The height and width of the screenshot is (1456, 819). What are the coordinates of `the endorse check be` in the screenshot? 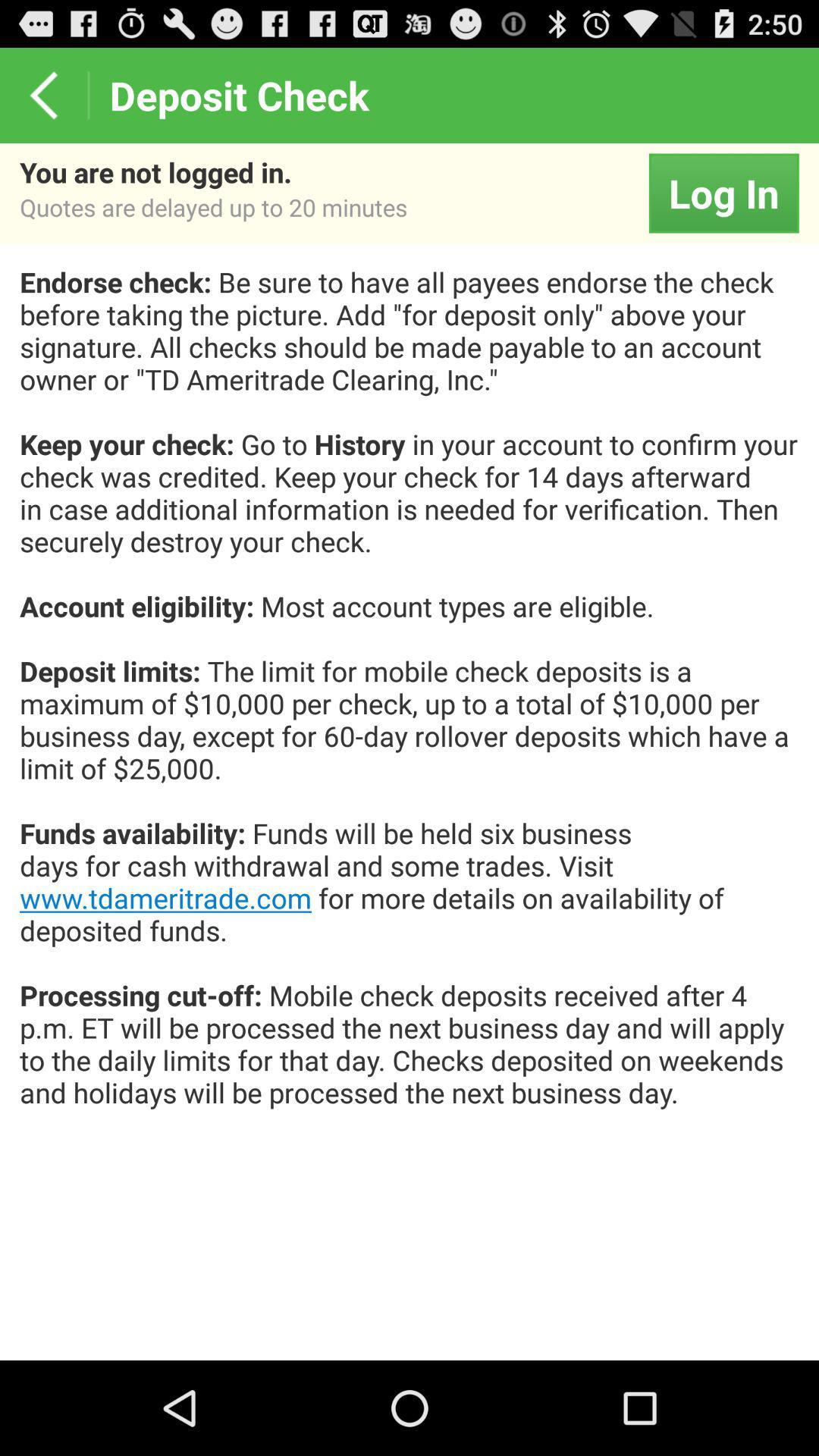 It's located at (409, 702).